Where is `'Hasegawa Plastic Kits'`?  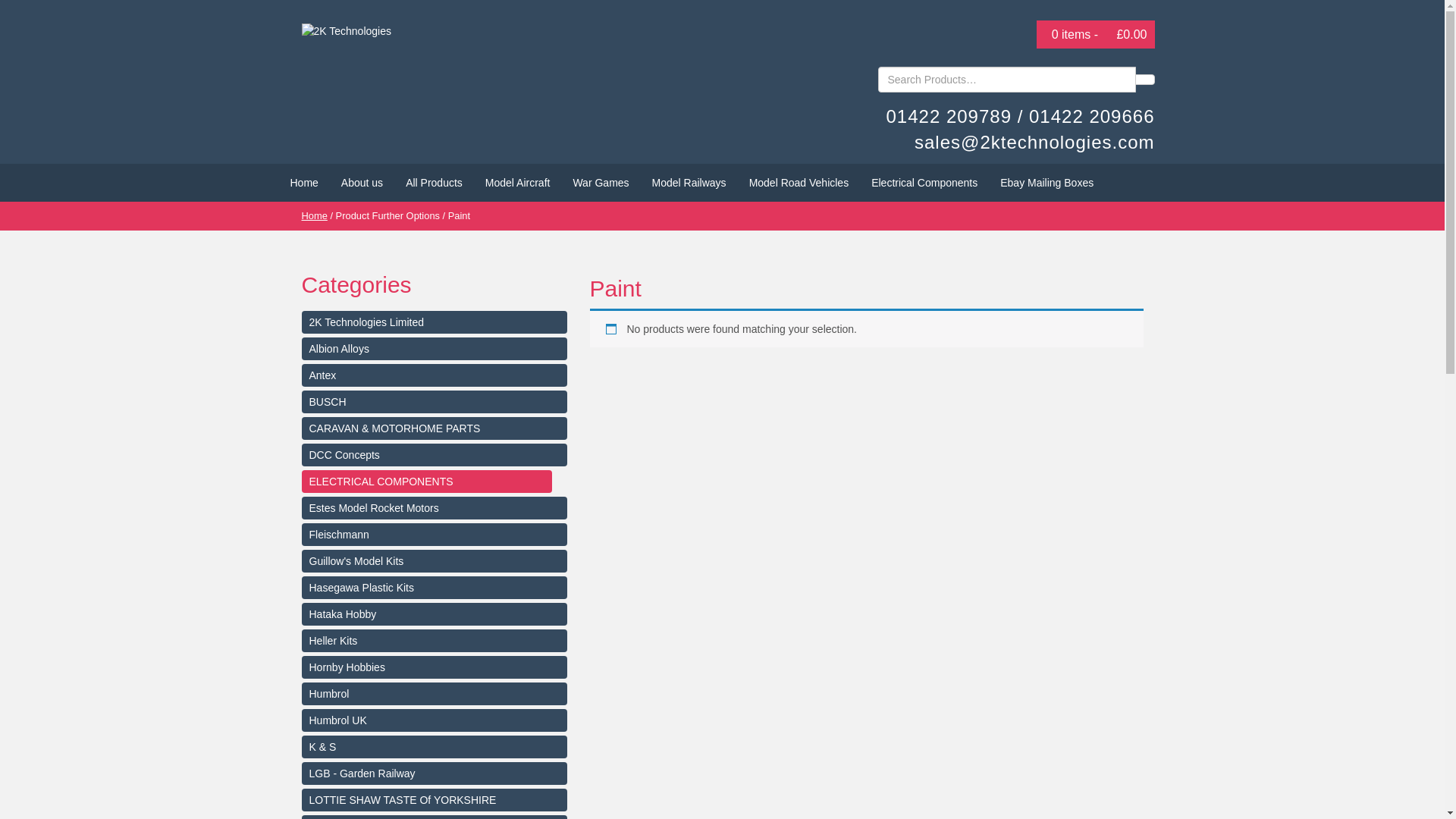 'Hasegawa Plastic Kits' is located at coordinates (433, 587).